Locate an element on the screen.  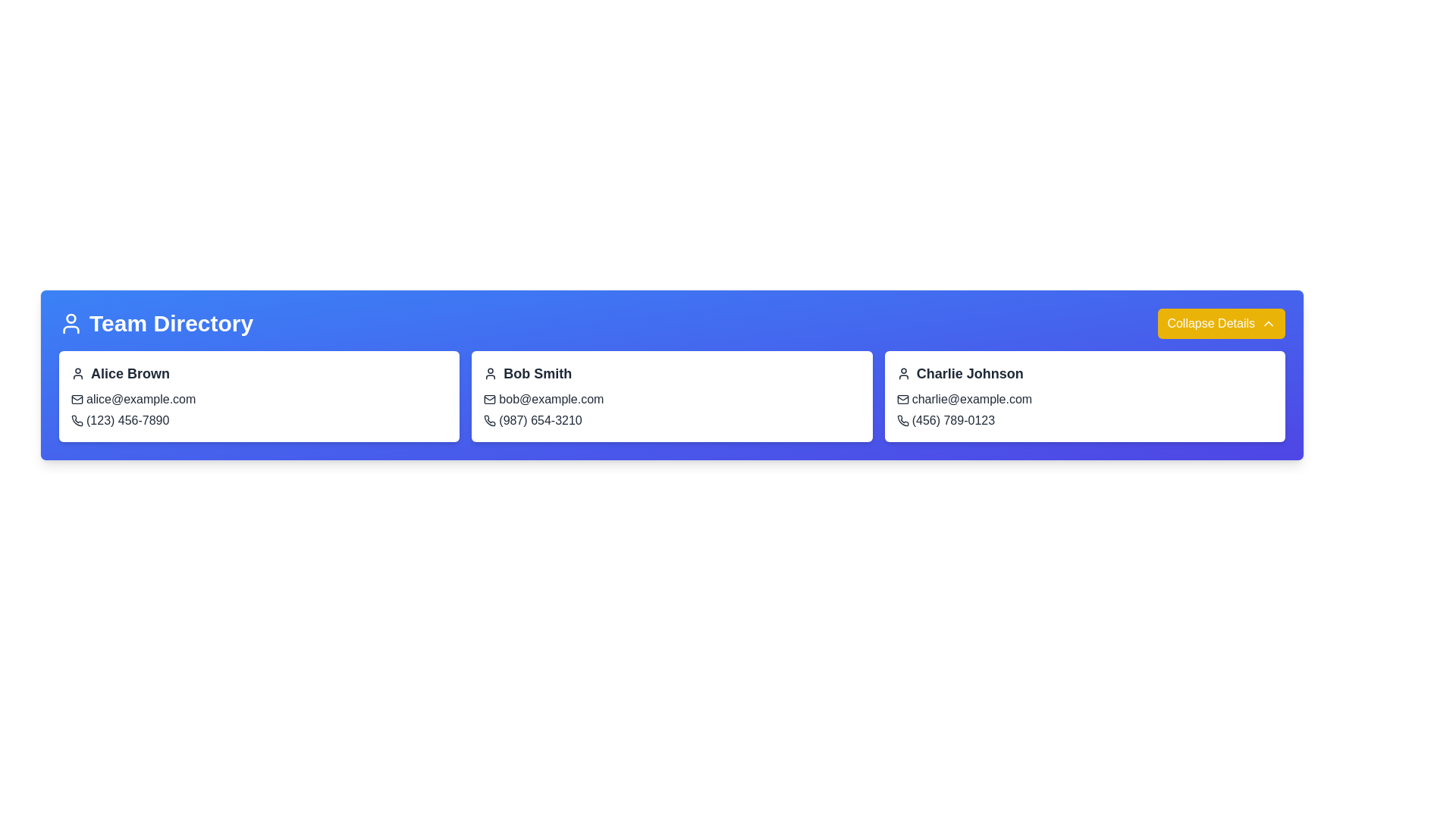
the email address label for 'Charlie Johnson' in their profile card to copy it is located at coordinates (964, 399).